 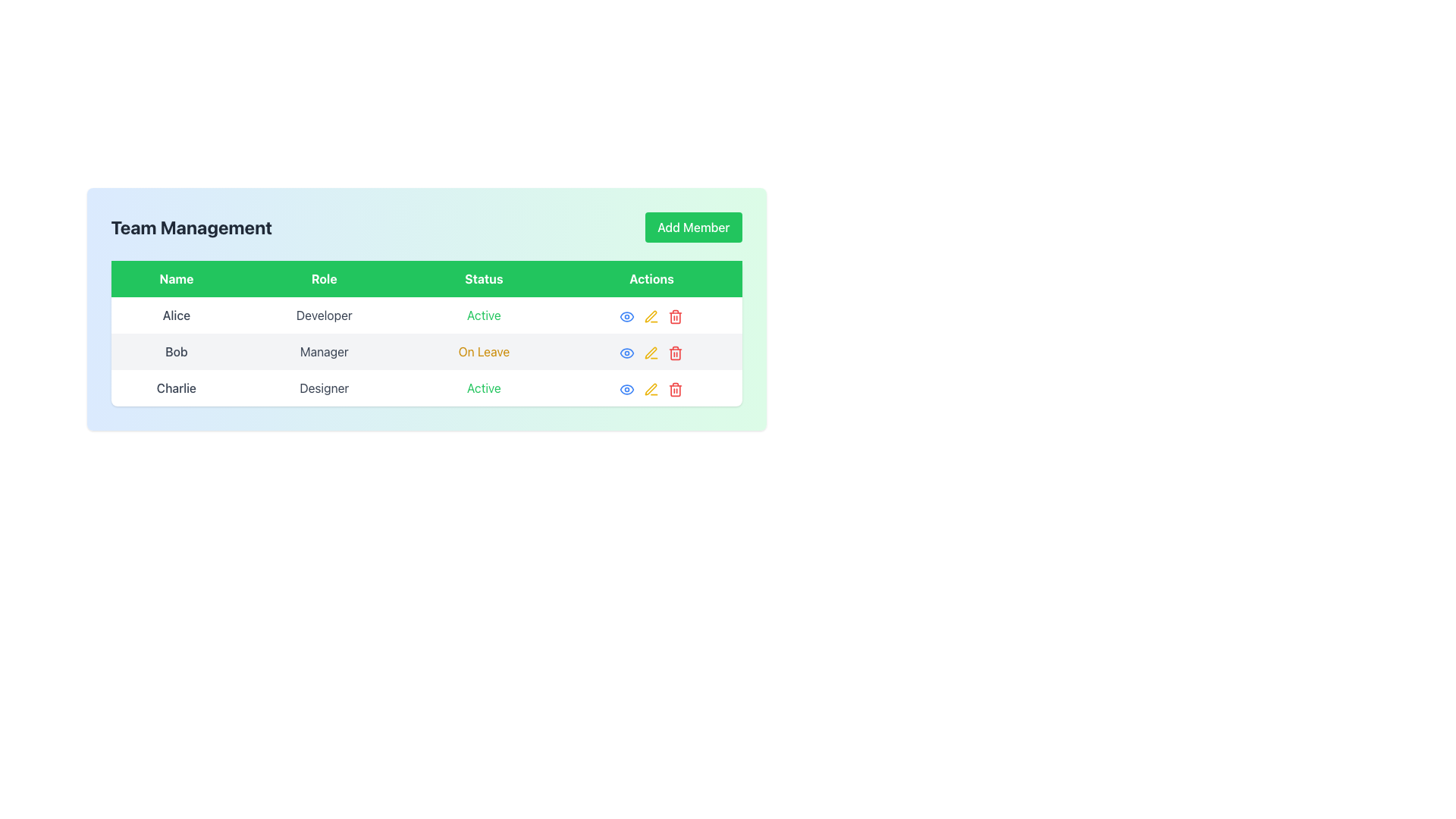 I want to click on the text label displaying 'Active' in green, which indicates status information for 'Charlie' in the 'Team Management' table, so click(x=483, y=388).